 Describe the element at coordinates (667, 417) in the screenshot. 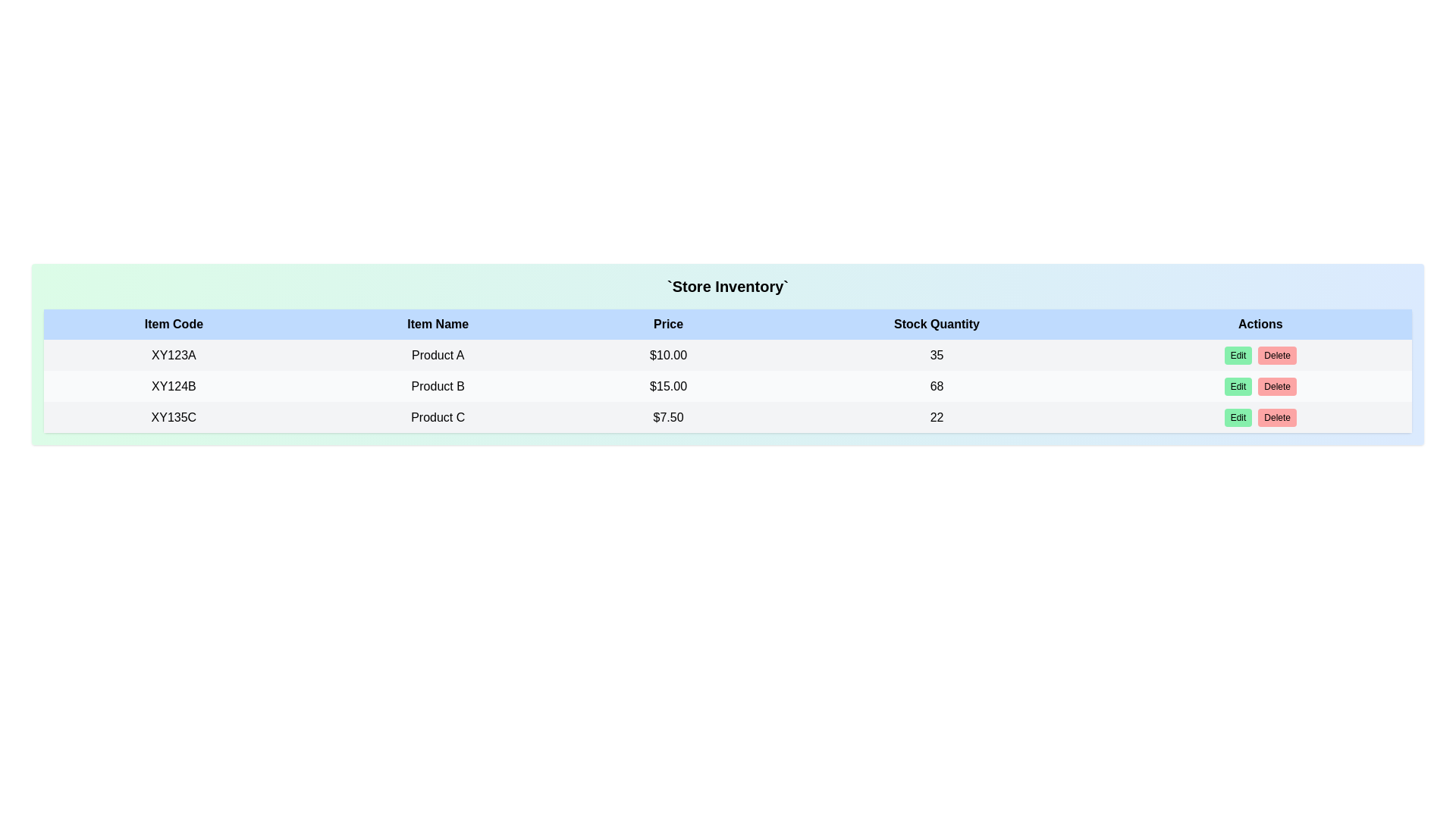

I see `the text label displaying the price '$7.50' in the third row of the 'Store Inventory' table, under the 'Price' column, which is the second cell to the right of 'XY135C'` at that location.